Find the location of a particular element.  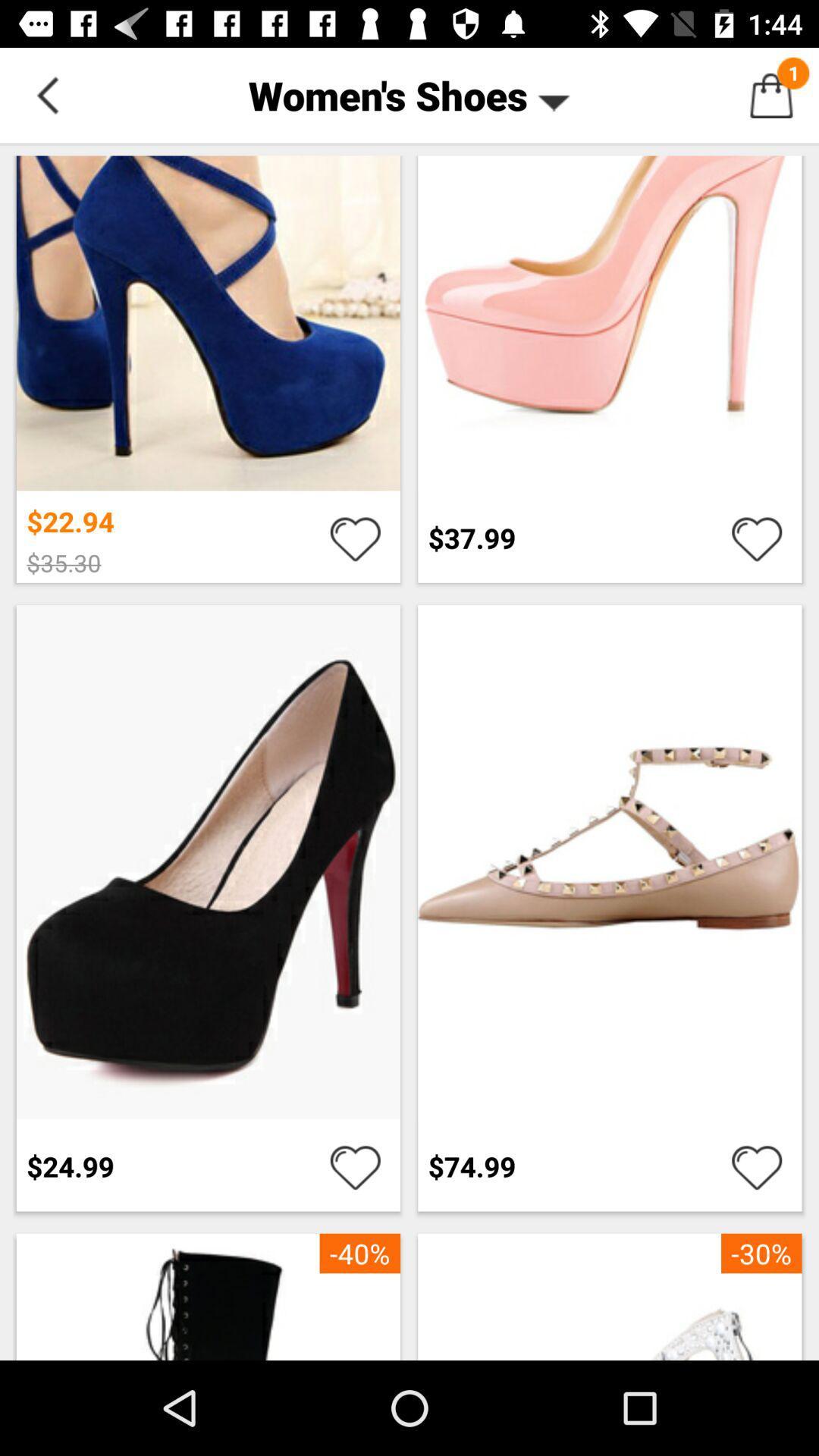

pink color shoe image is located at coordinates (609, 317).